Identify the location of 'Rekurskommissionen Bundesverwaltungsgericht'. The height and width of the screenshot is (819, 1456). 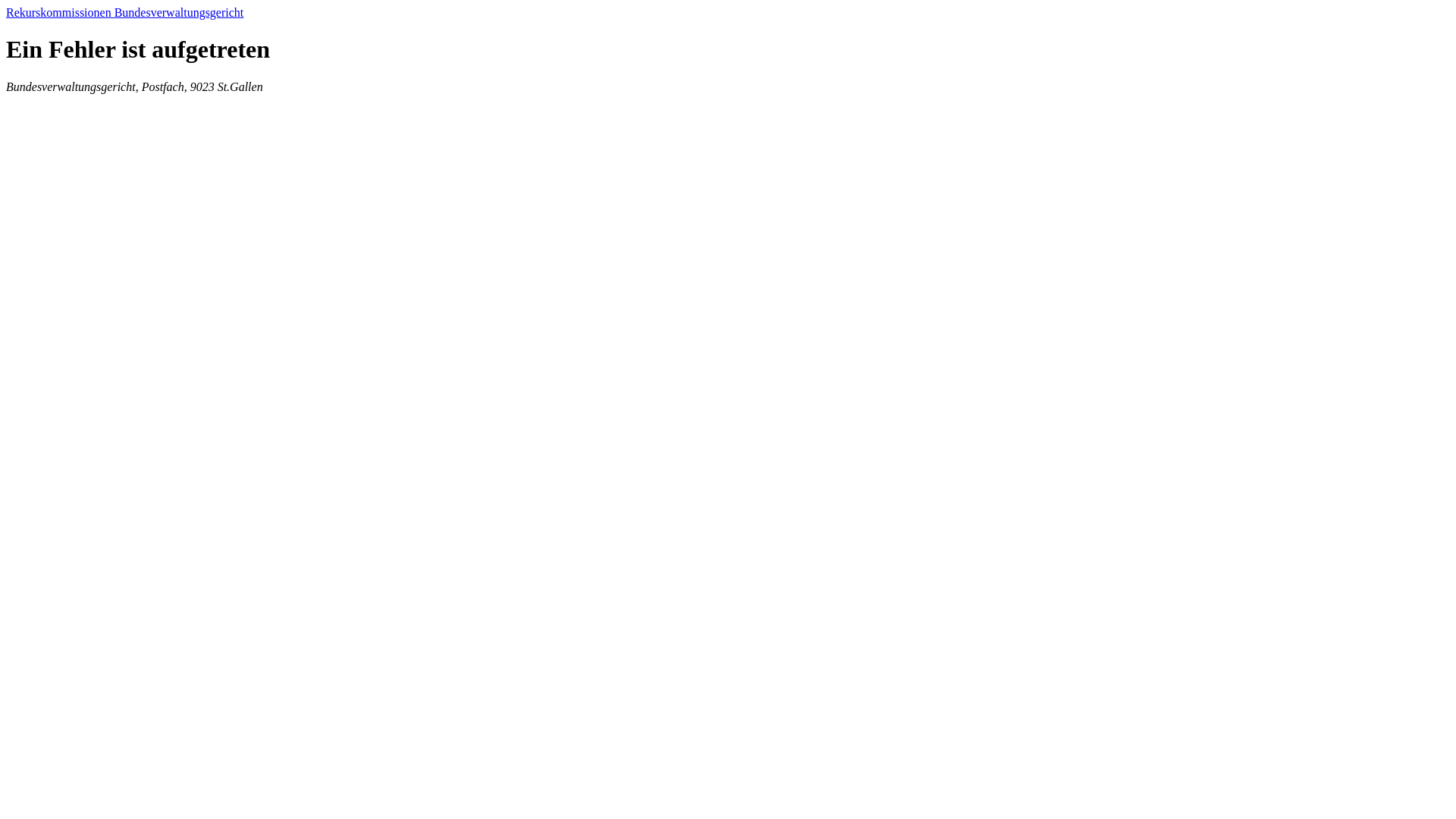
(124, 12).